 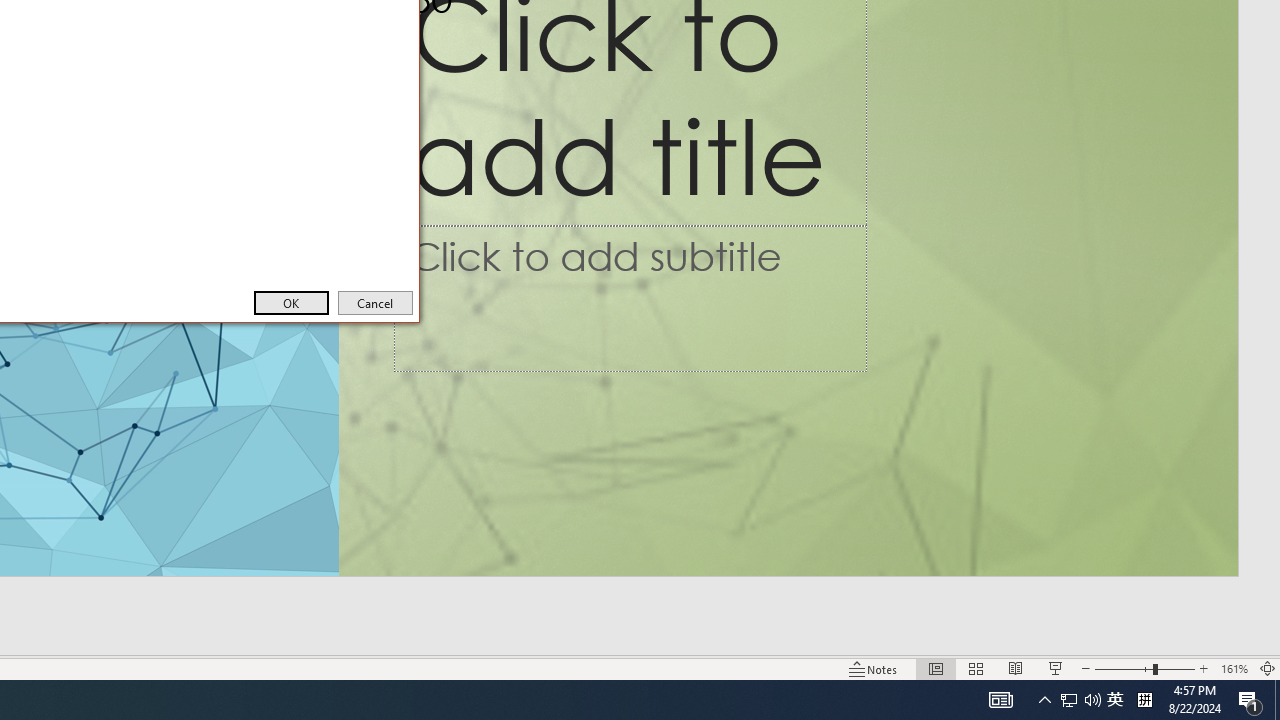 I want to click on 'Zoom 161%', so click(x=1233, y=669).